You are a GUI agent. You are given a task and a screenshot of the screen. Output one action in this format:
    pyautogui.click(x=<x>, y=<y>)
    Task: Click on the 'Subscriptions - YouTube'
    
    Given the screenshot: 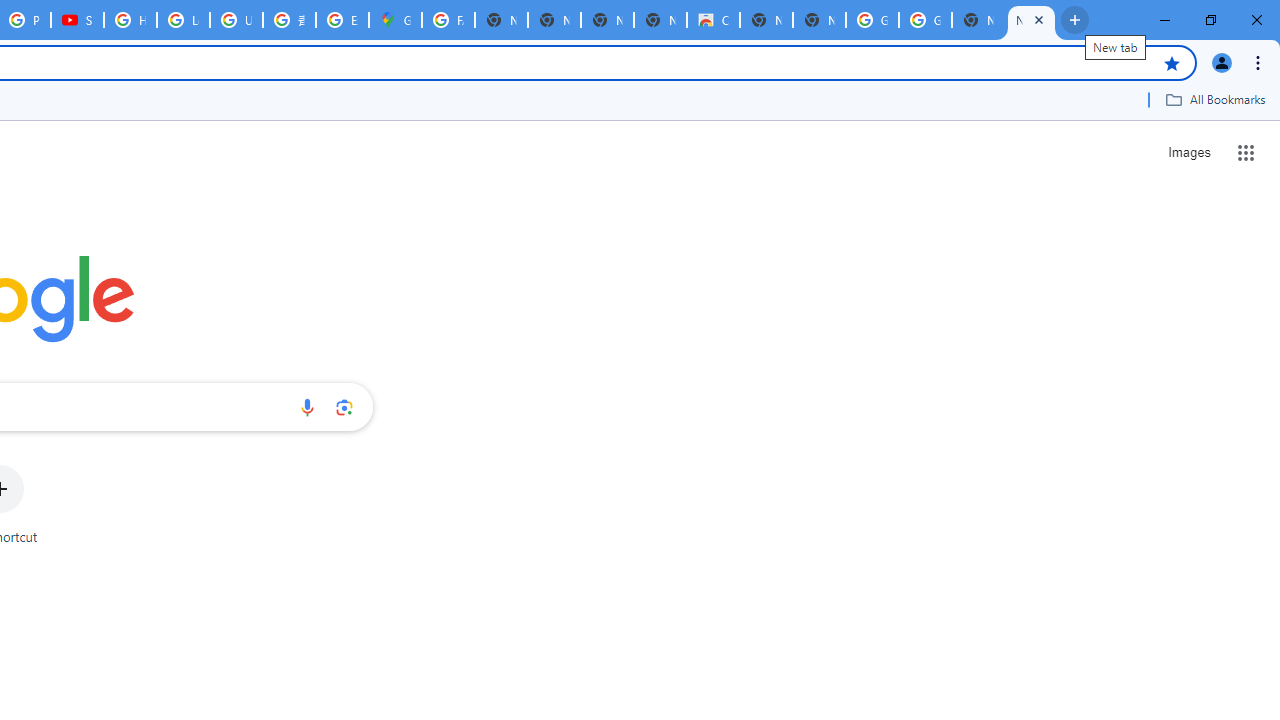 What is the action you would take?
    pyautogui.click(x=77, y=20)
    